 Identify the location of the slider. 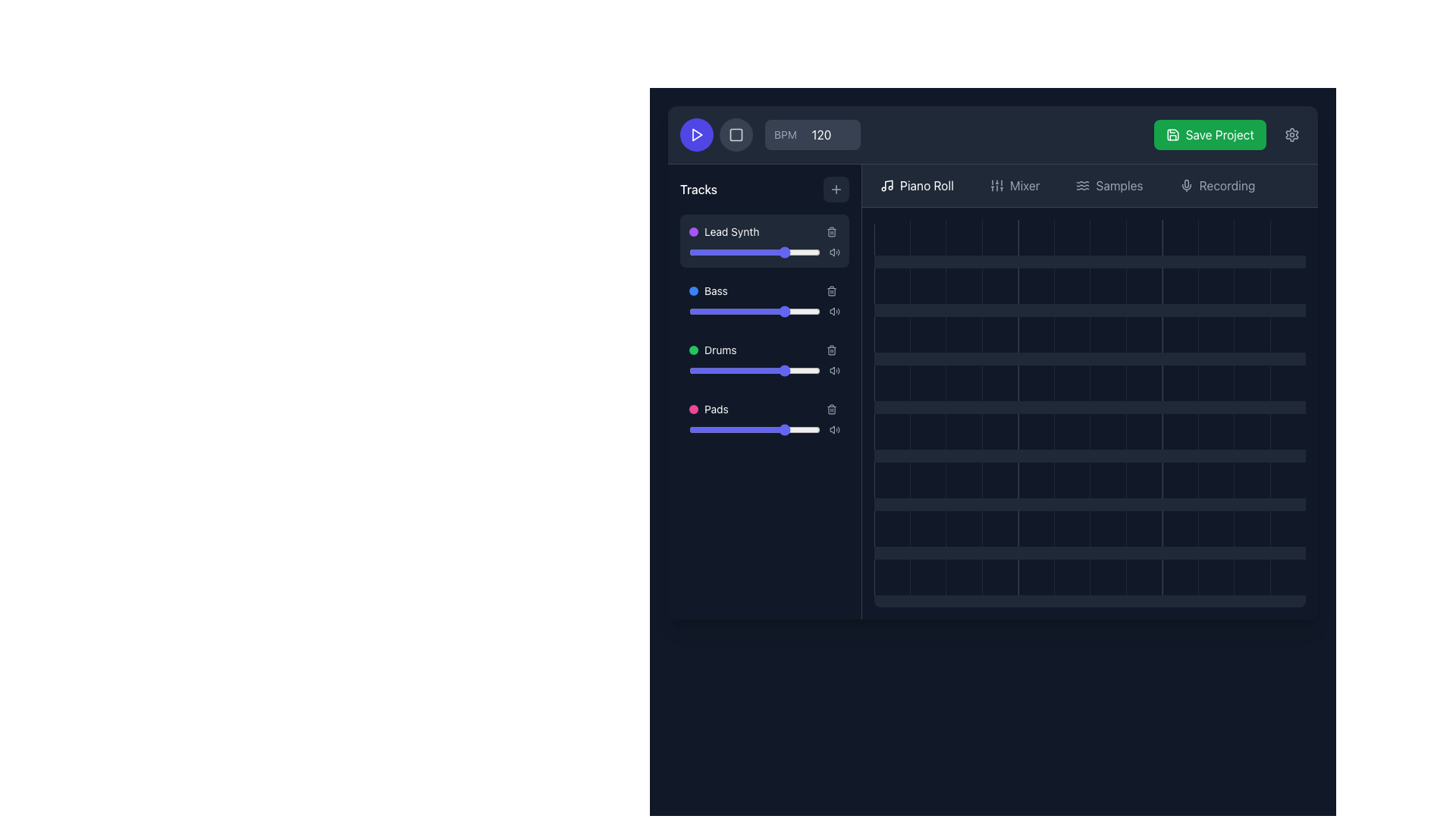
(810, 311).